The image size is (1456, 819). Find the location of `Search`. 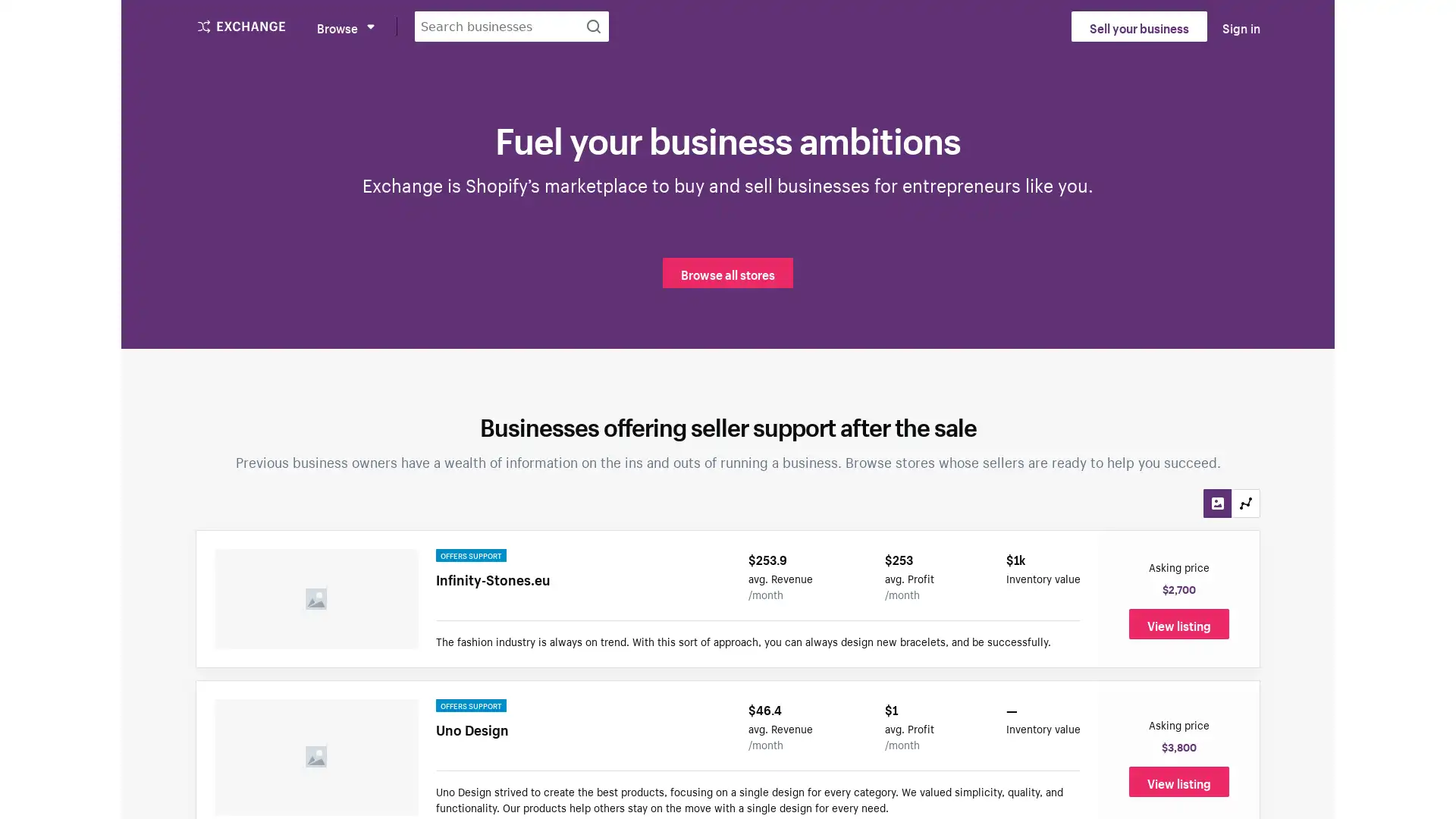

Search is located at coordinates (592, 26).